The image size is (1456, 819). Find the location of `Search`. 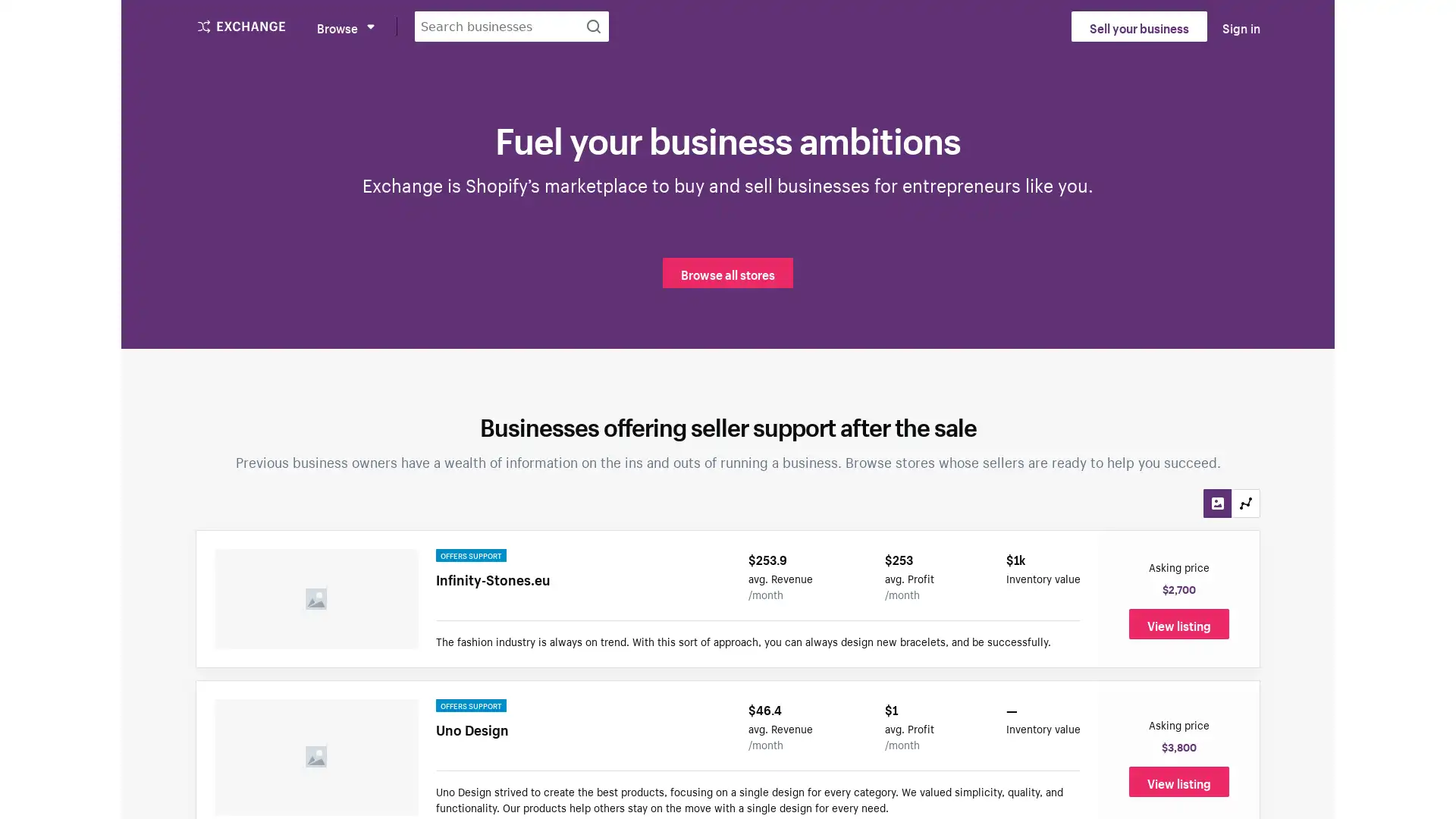

Search is located at coordinates (592, 26).